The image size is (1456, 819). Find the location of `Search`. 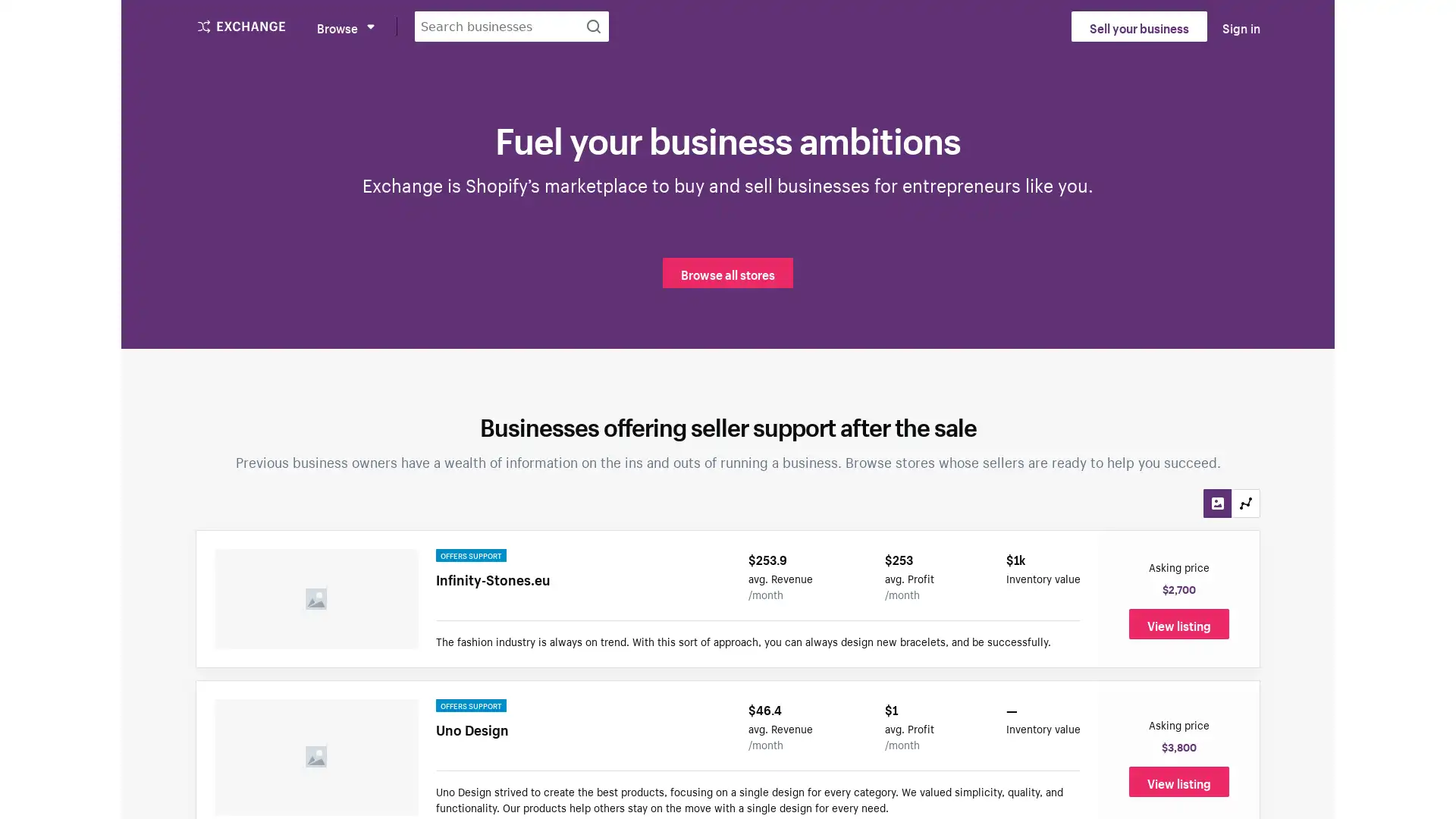

Search is located at coordinates (592, 26).